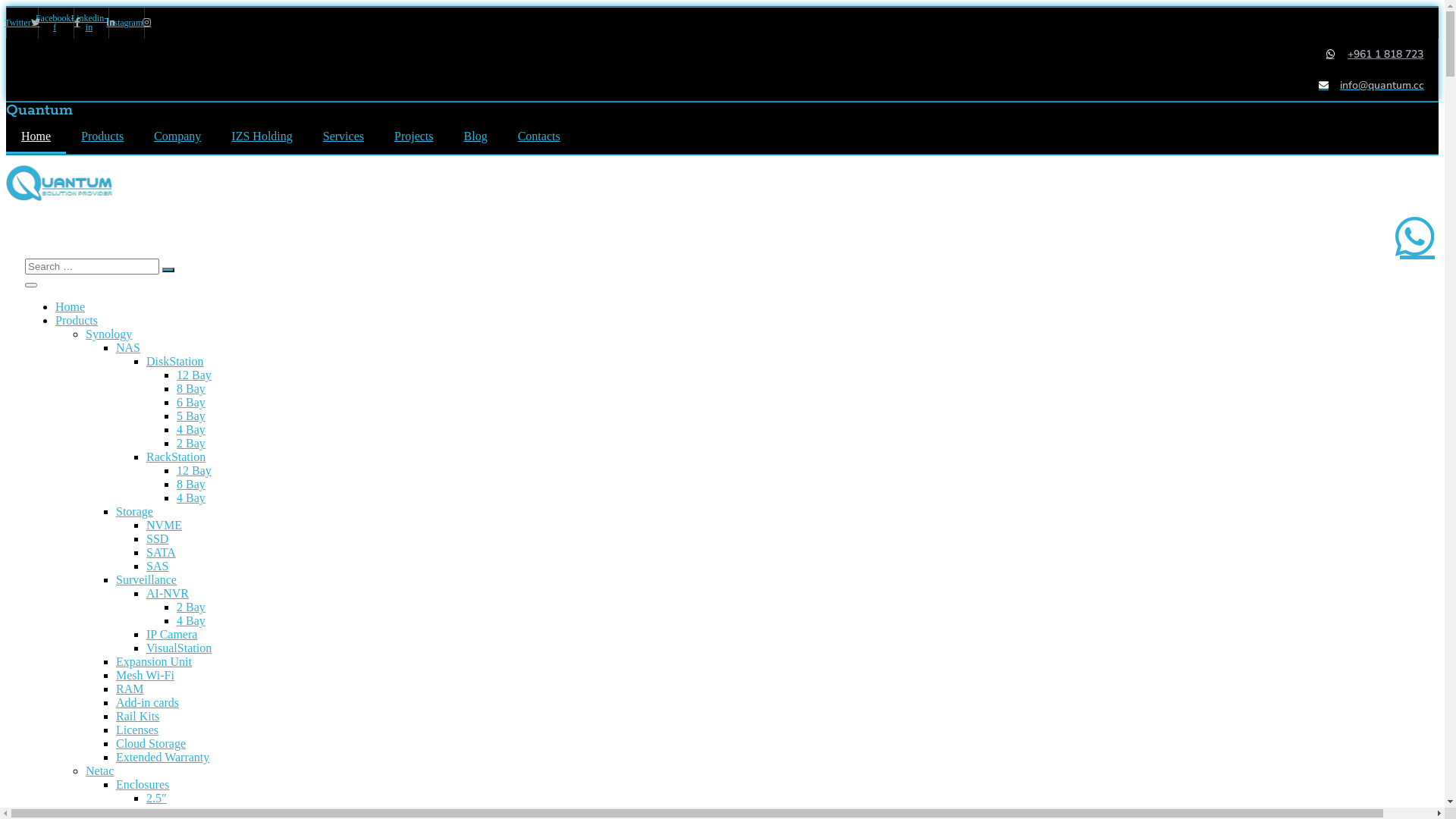 The width and height of the screenshot is (1456, 819). I want to click on 'IP Camera', so click(146, 634).